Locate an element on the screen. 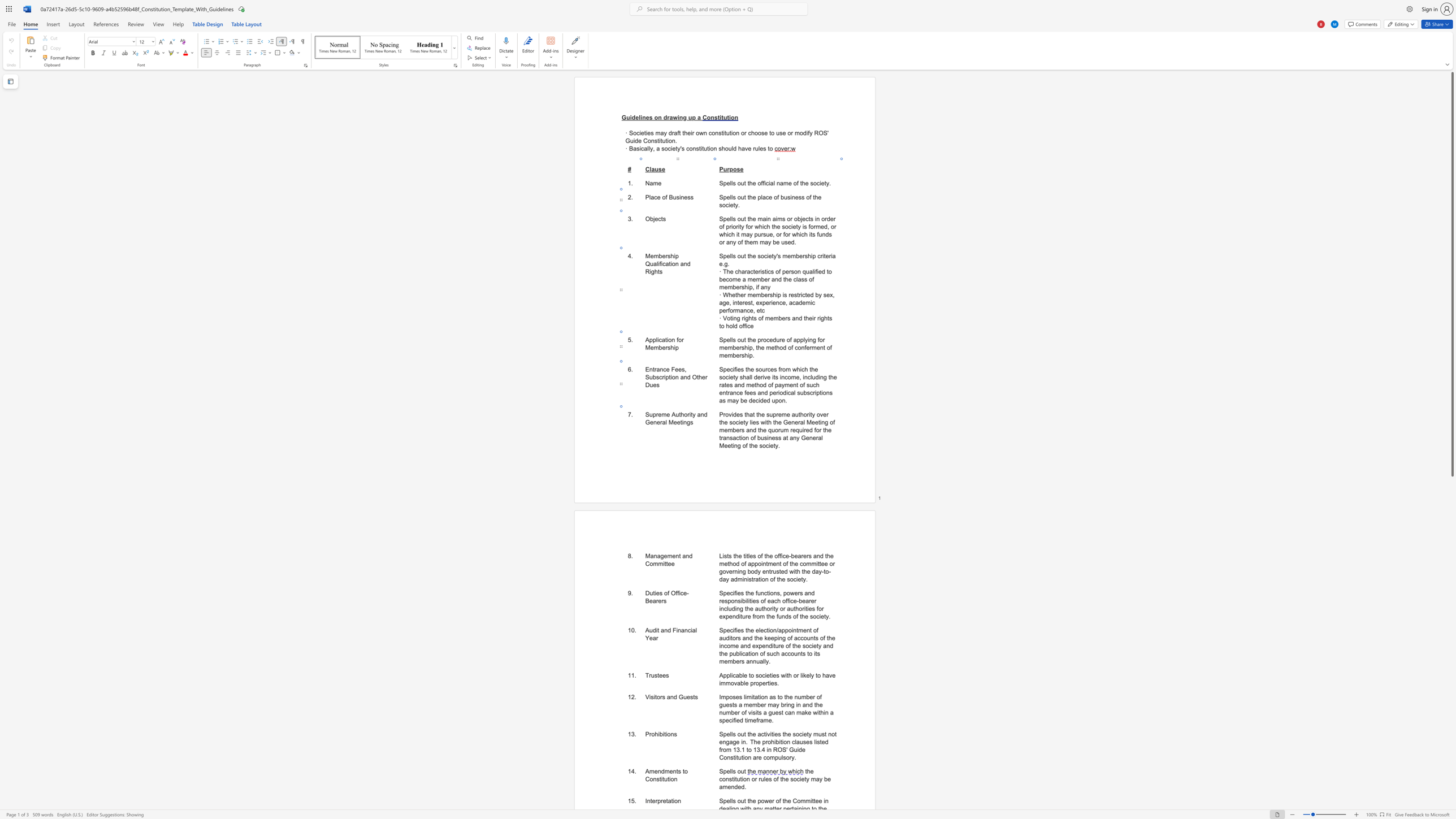 The width and height of the screenshot is (1456, 819). the 2th character "n" in the text is located at coordinates (796, 696).